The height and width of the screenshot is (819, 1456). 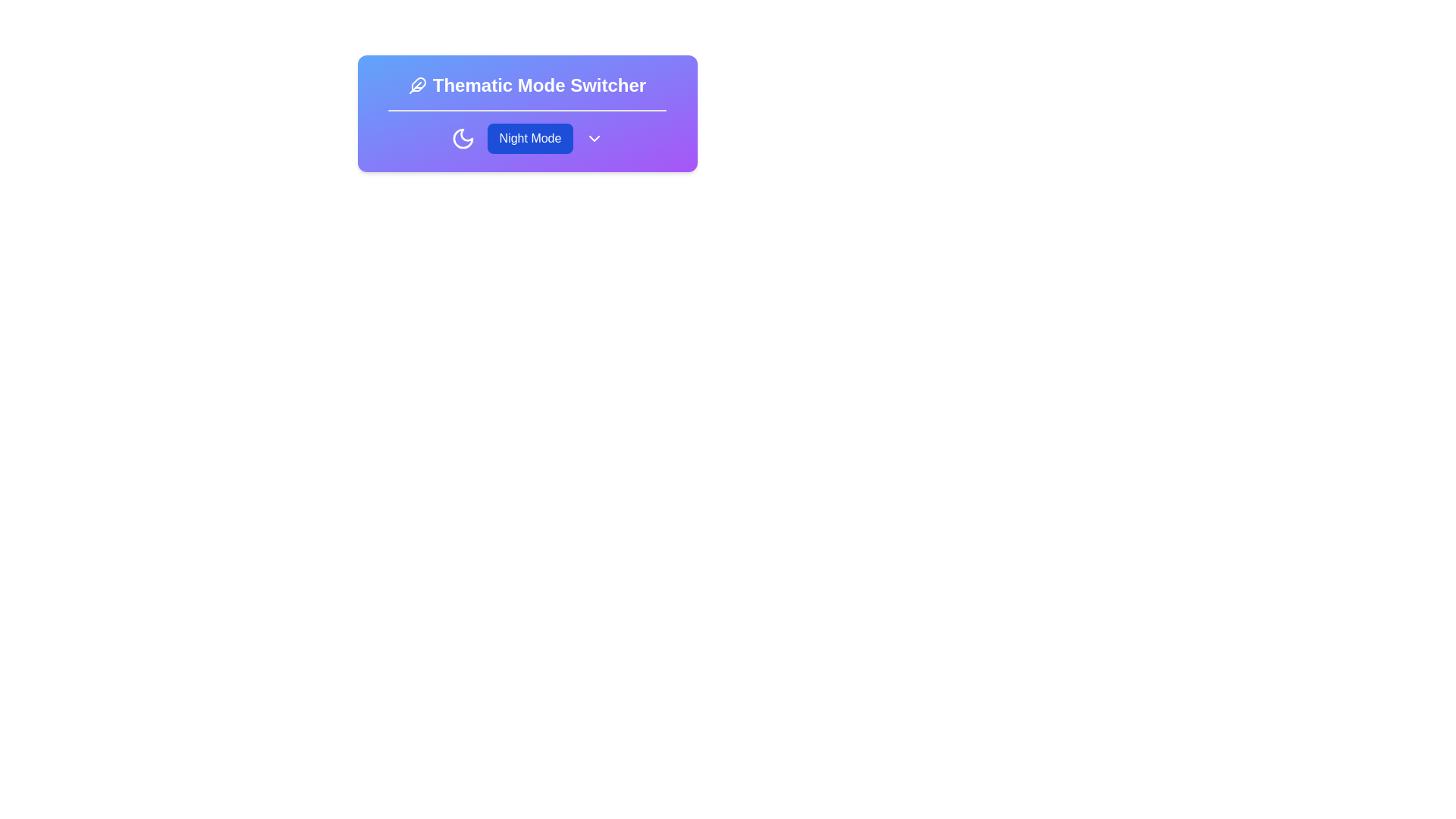 I want to click on the downwards chevron icon located next to the 'Night Mode' button in the top-right section of the interface, so click(x=594, y=138).